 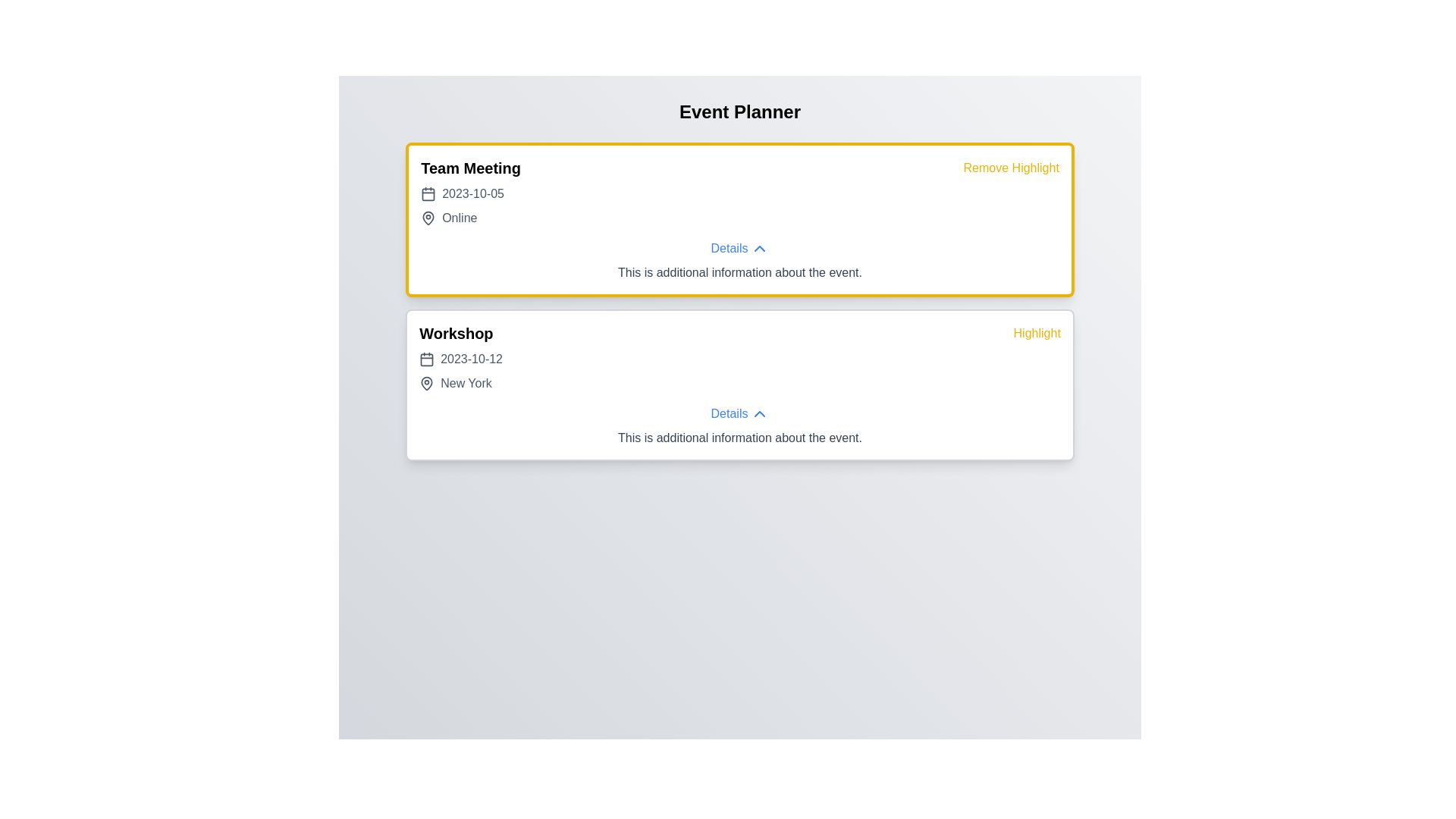 What do you see at coordinates (428, 218) in the screenshot?
I see `the gray map pin icon located to the left of the 'Online' text in the 'Team Meeting' section` at bounding box center [428, 218].